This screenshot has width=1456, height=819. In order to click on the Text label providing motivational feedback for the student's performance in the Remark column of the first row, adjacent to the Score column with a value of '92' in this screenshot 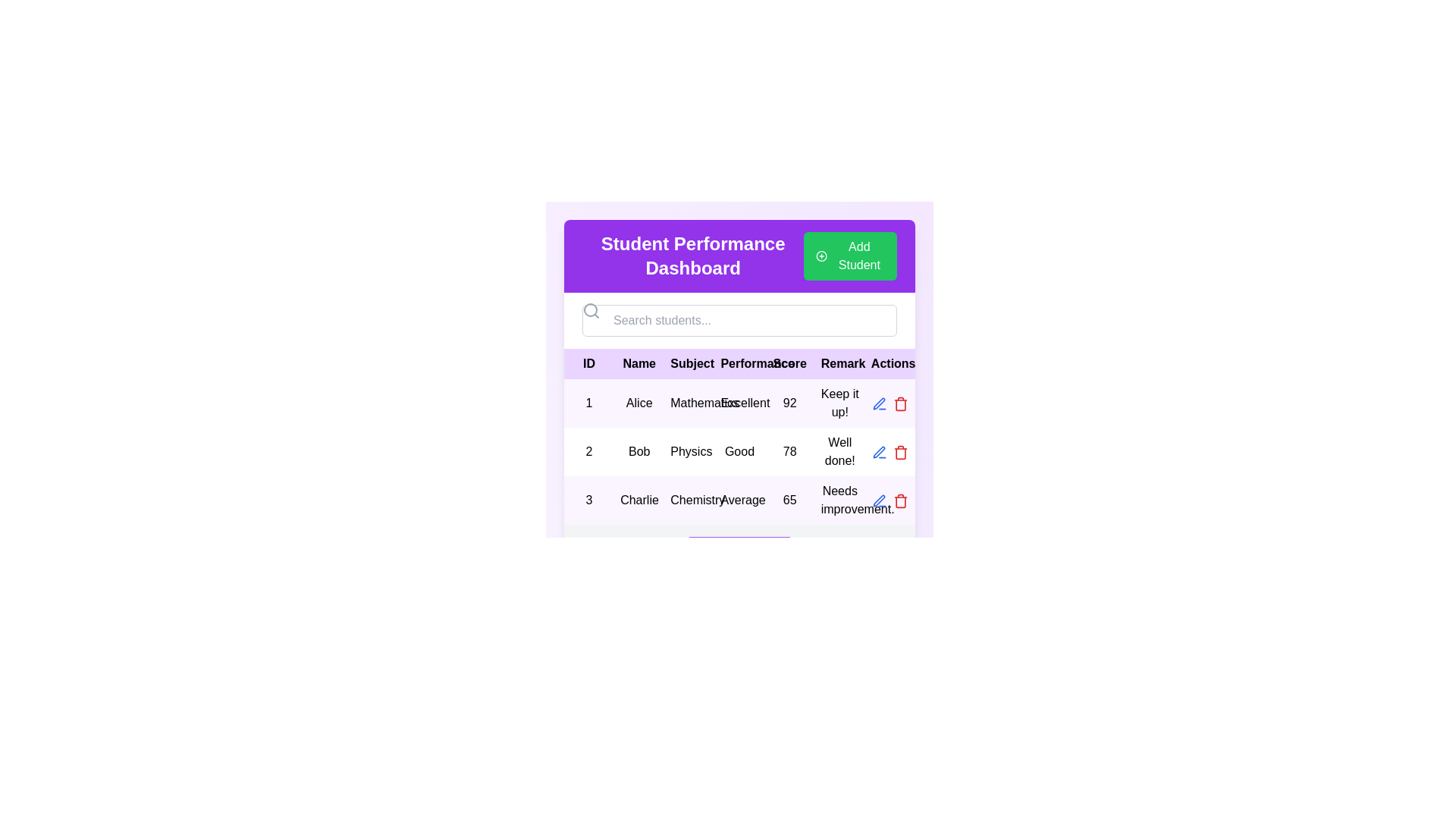, I will do `click(839, 403)`.